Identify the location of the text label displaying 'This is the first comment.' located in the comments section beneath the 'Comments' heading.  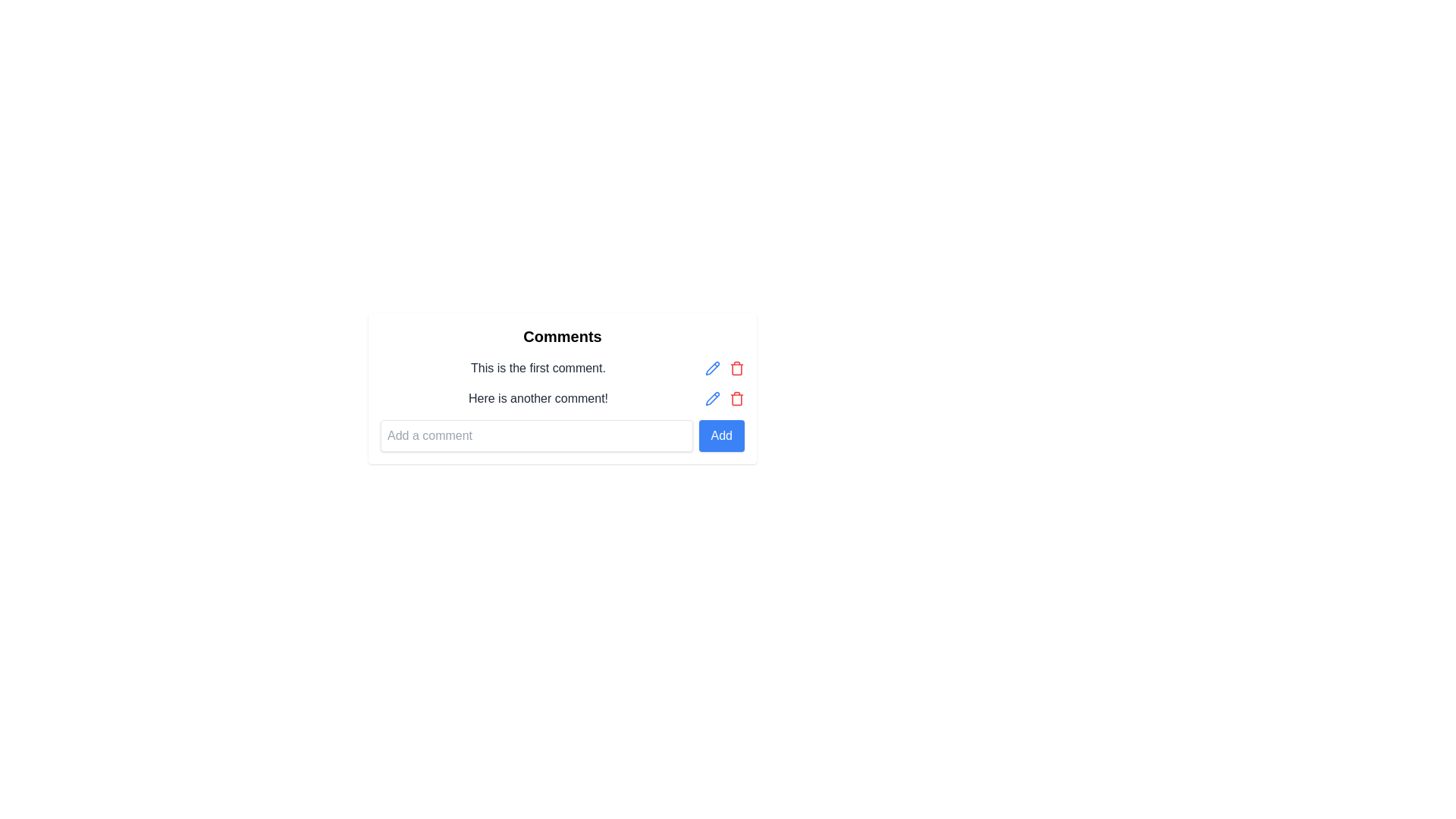
(538, 369).